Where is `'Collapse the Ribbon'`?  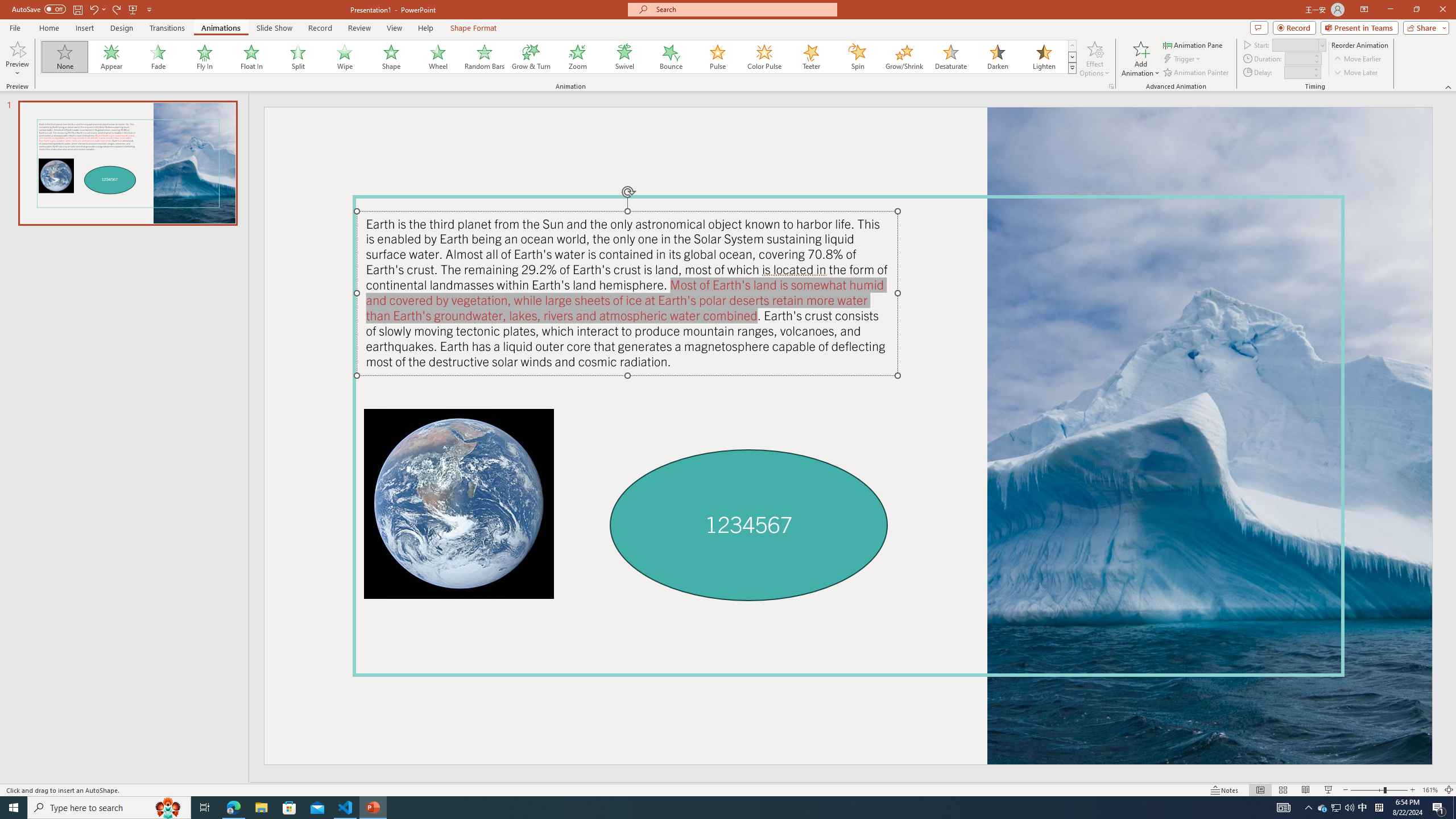
'Collapse the Ribbon' is located at coordinates (1449, 87).